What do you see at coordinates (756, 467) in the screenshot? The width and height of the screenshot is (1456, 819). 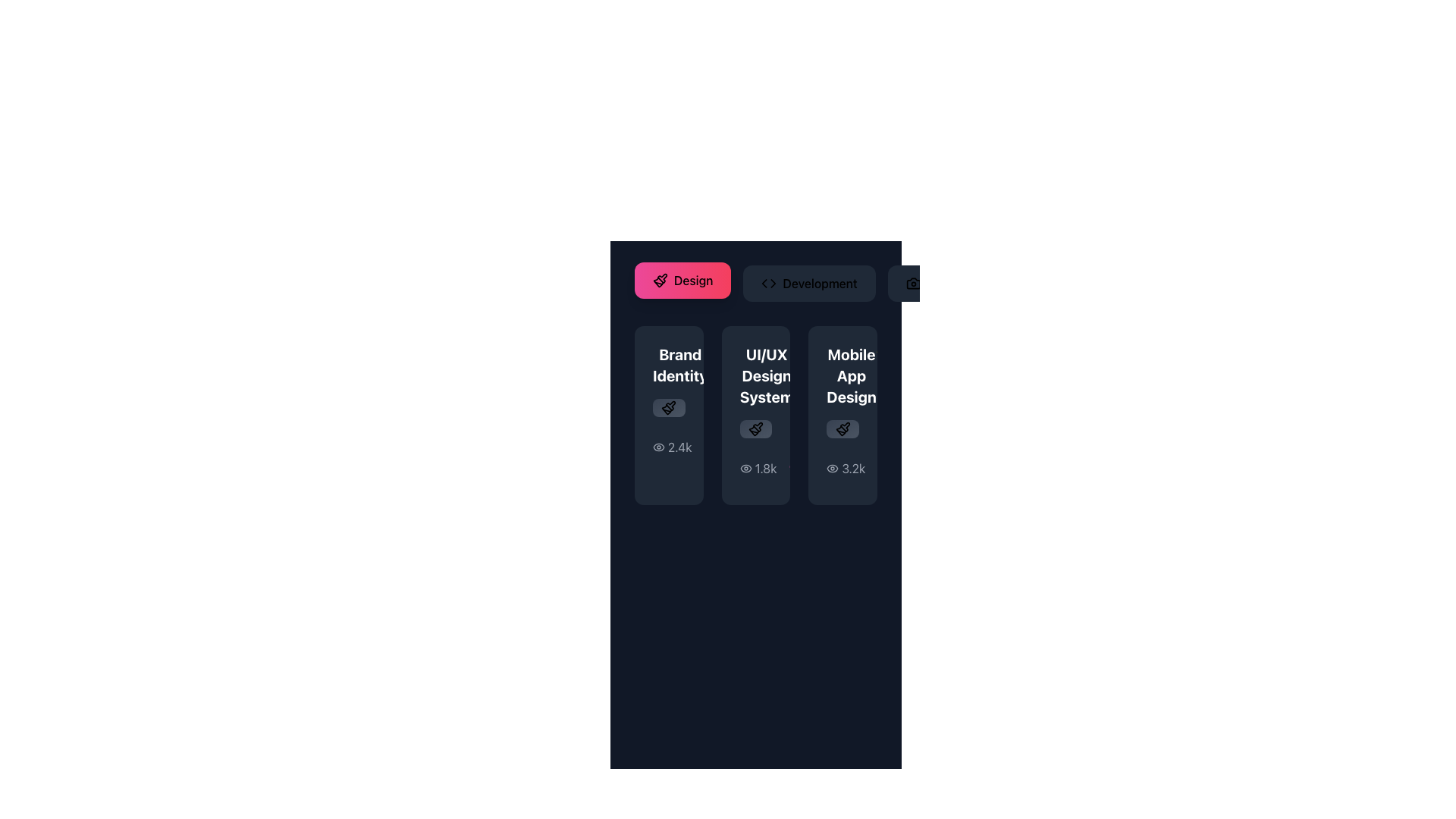 I see `the label that visually represents the view count for the 'UI/UX Design System' card, located at the bottom of the card near the icon and text` at bounding box center [756, 467].